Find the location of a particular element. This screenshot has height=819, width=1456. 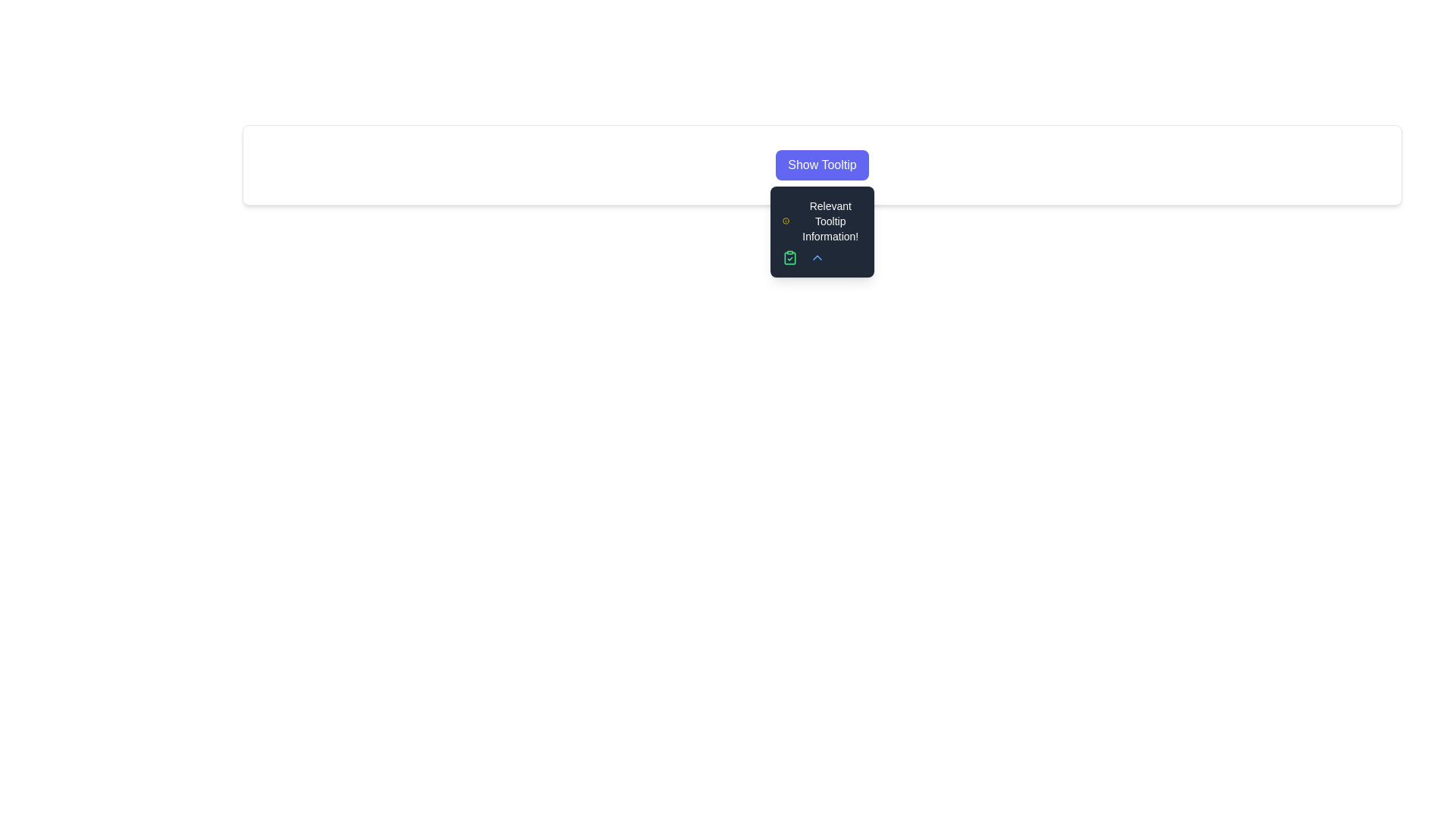

the informational text display located in the tooltip below the 'Show Tooltip' button is located at coordinates (821, 221).